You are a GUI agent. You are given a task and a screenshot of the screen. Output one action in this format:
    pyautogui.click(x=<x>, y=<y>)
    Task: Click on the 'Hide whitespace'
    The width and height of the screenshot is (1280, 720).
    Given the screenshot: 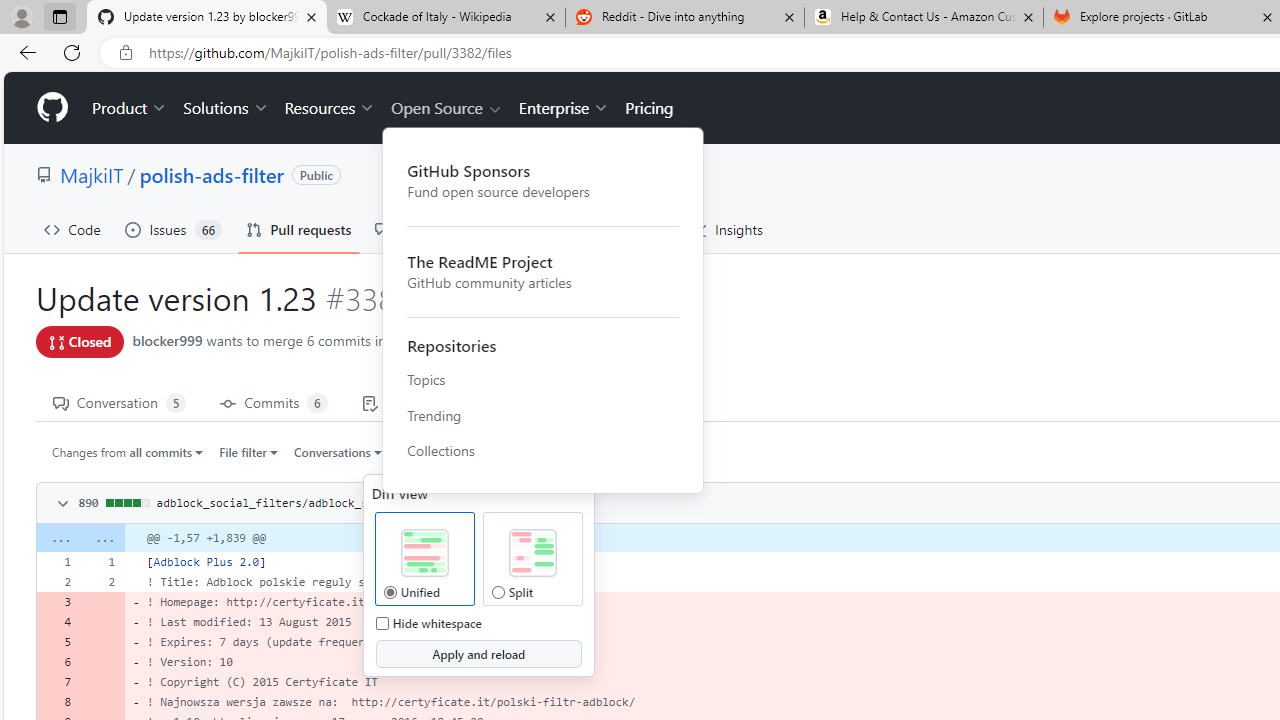 What is the action you would take?
    pyautogui.click(x=382, y=622)
    